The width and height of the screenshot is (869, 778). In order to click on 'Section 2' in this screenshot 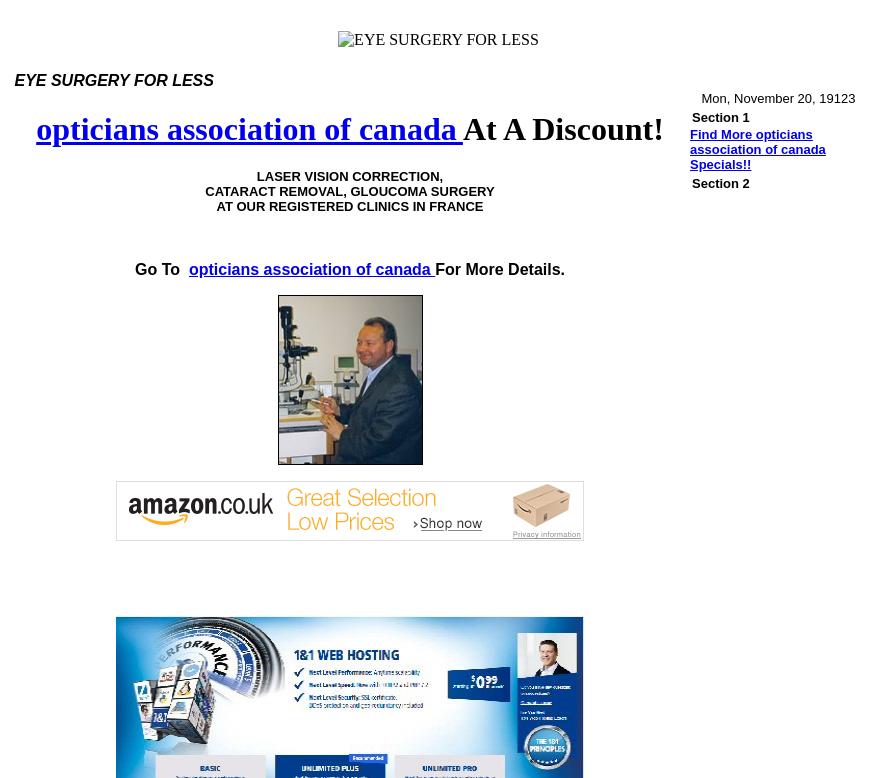, I will do `click(720, 183)`.